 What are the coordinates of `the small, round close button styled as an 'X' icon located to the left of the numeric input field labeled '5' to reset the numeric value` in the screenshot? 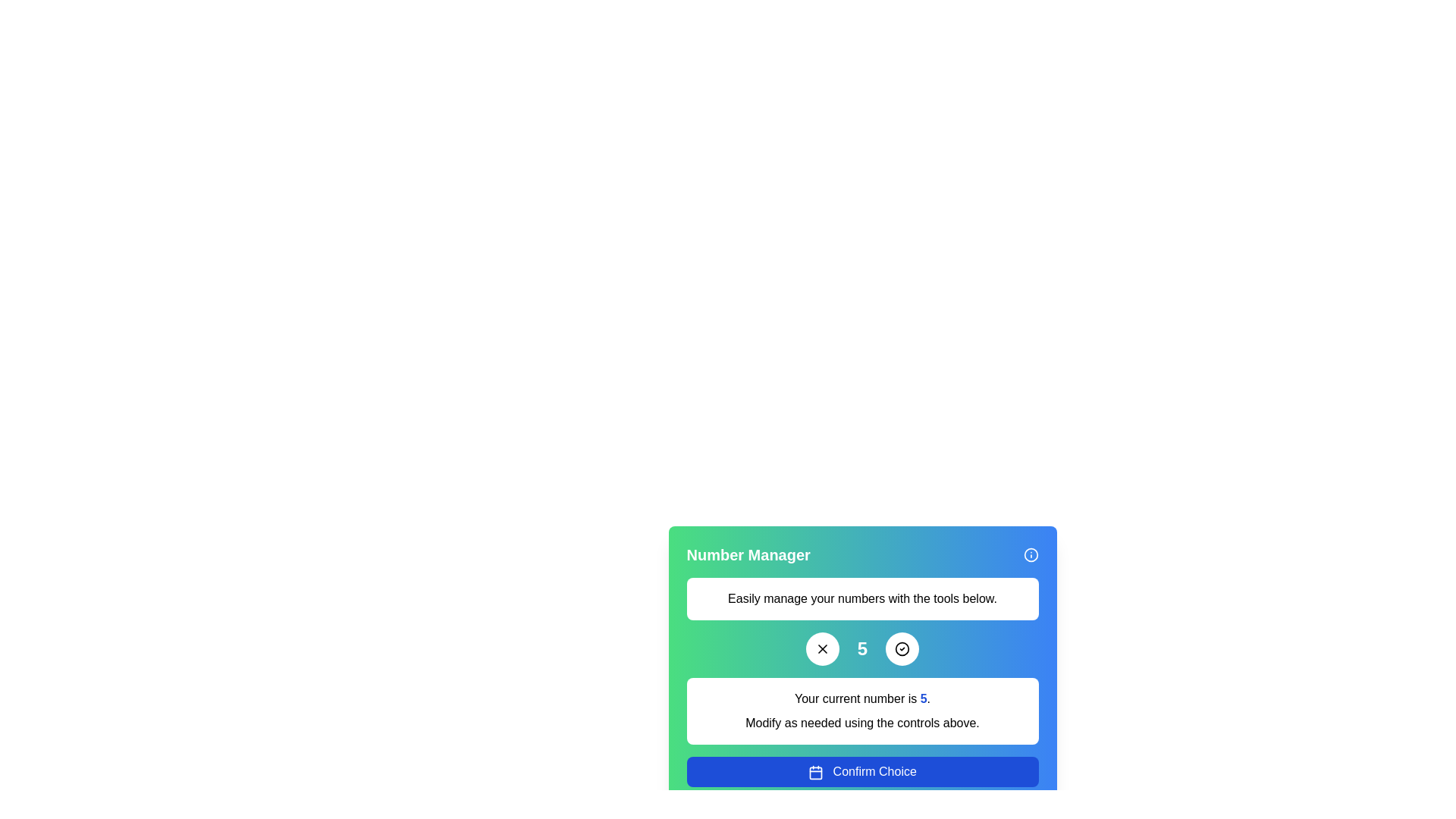 It's located at (821, 648).